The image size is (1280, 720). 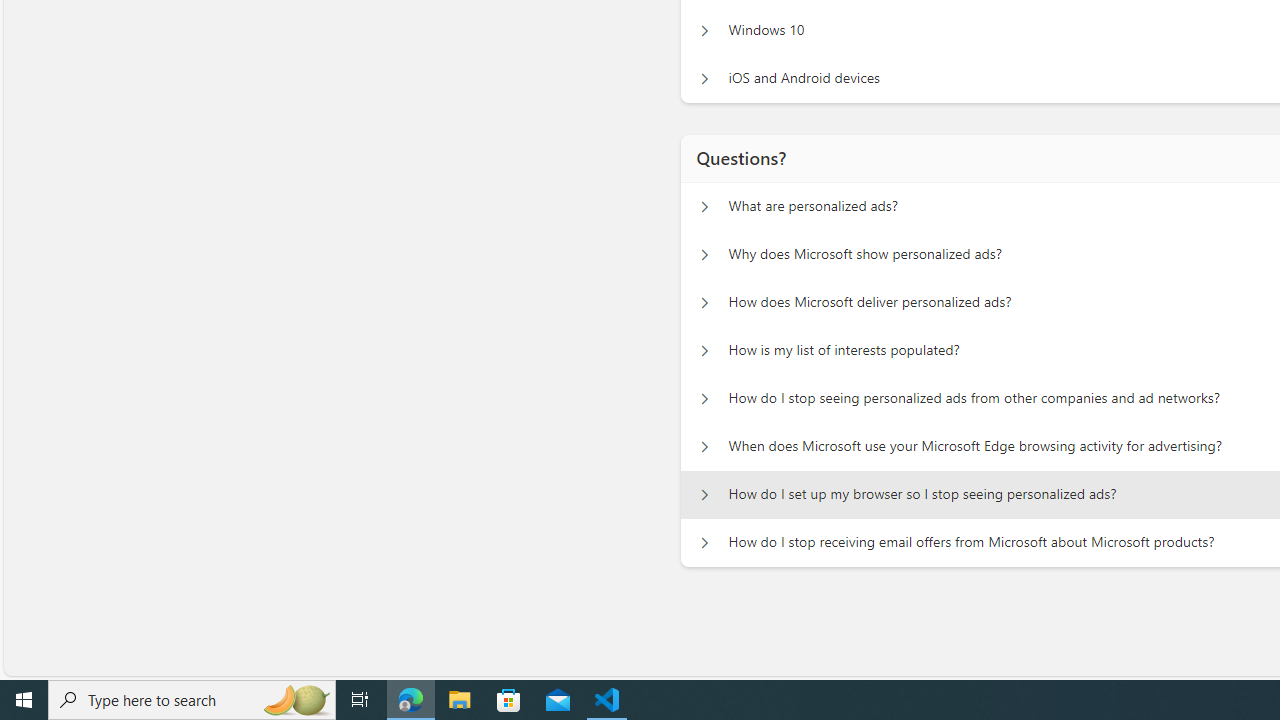 What do you see at coordinates (704, 30) in the screenshot?
I see `'Manage personalized ads on your device Windows 10'` at bounding box center [704, 30].